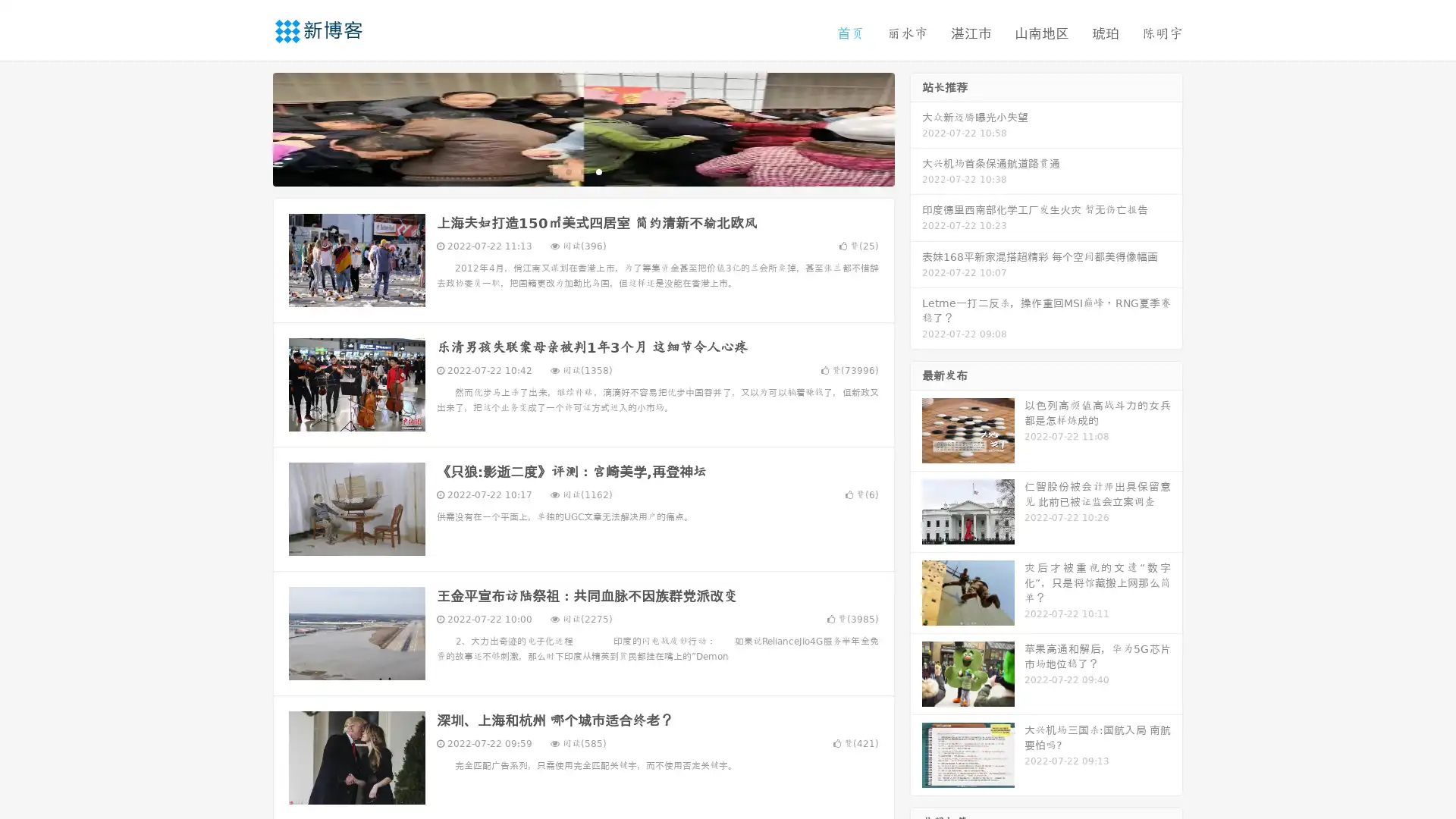  What do you see at coordinates (582, 171) in the screenshot?
I see `Go to slide 2` at bounding box center [582, 171].